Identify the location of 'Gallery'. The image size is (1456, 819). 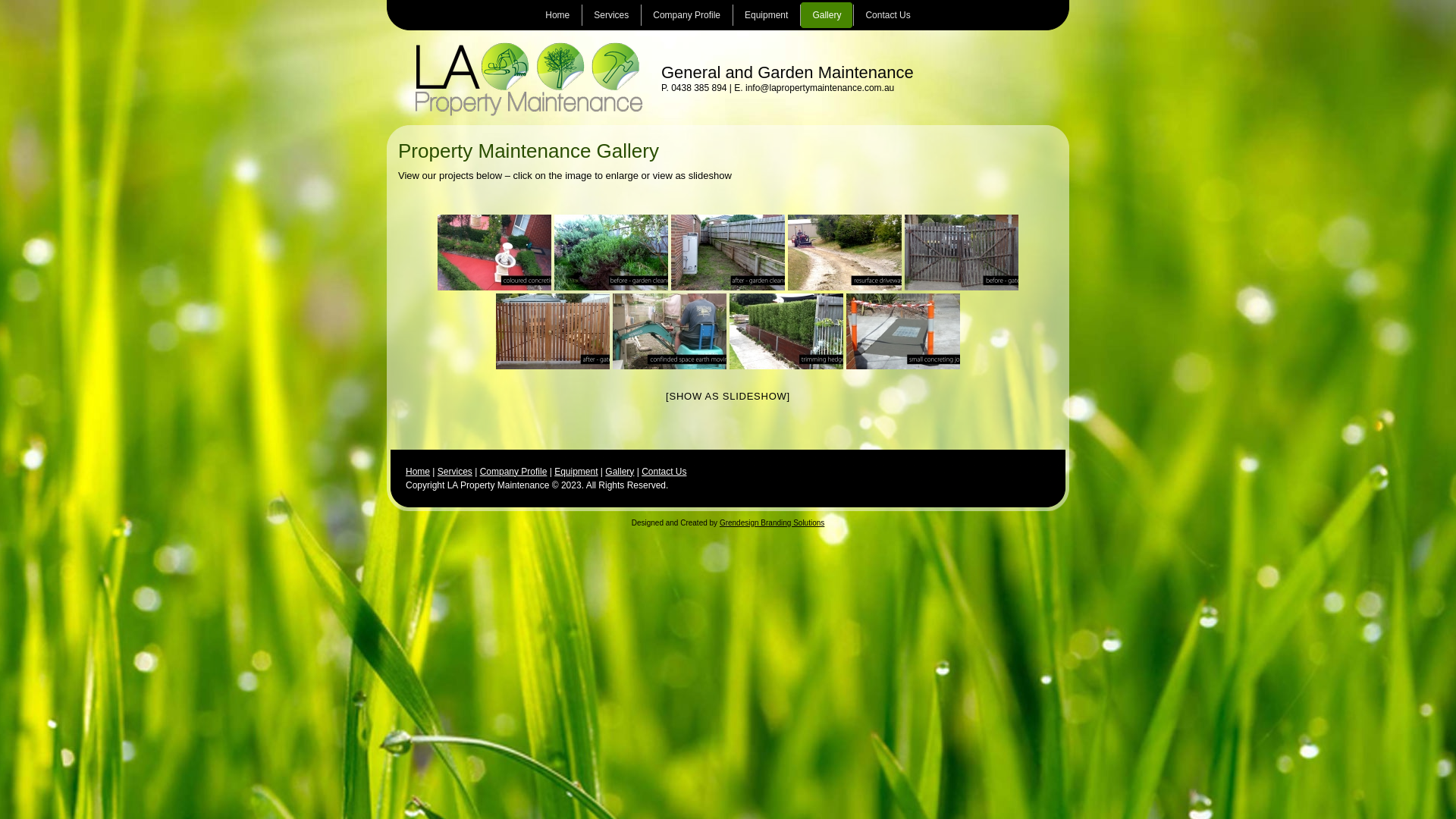
(619, 470).